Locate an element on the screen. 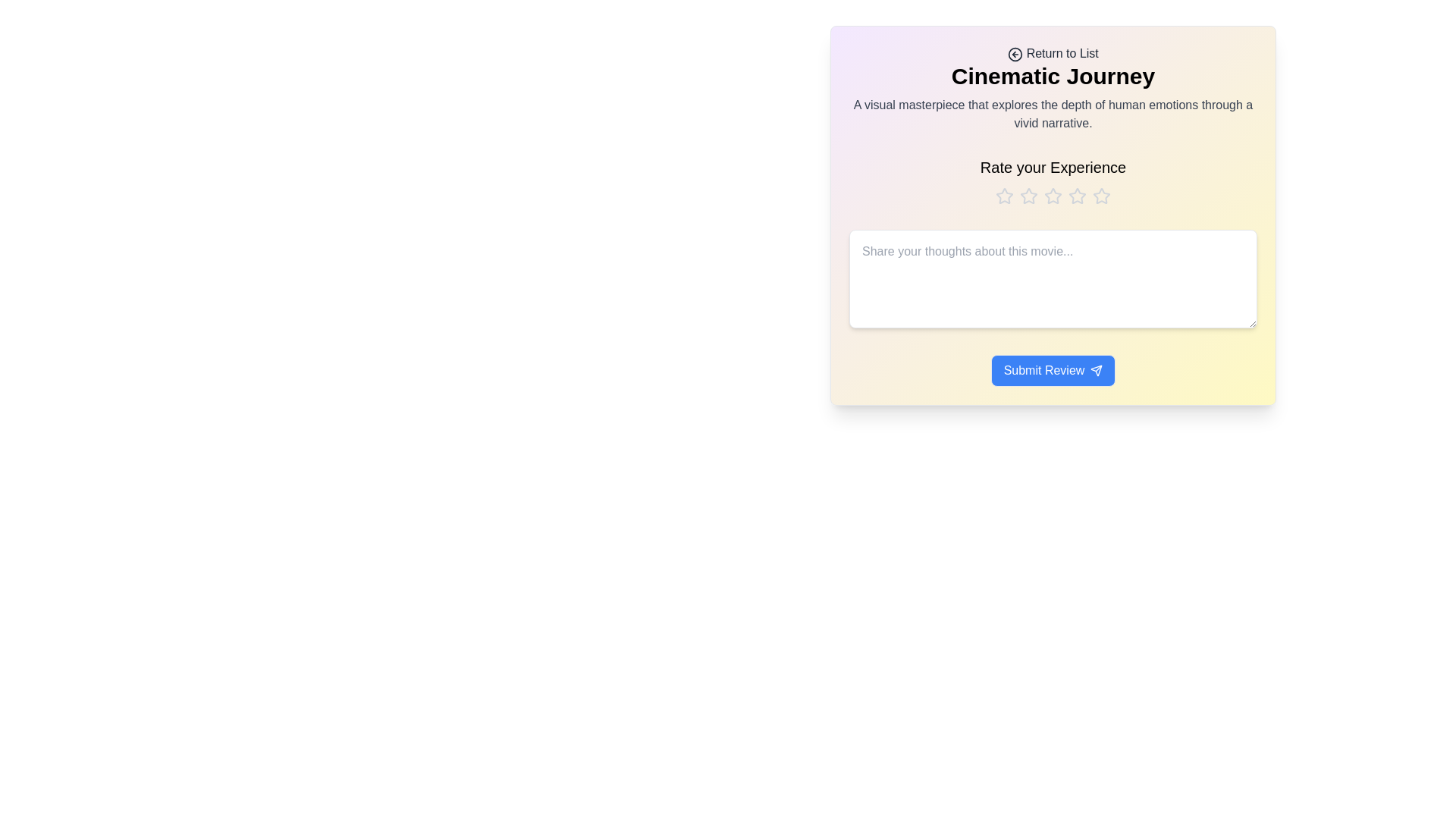 Image resolution: width=1456 pixels, height=819 pixels. the third star icon in the rating indicator is located at coordinates (1052, 195).